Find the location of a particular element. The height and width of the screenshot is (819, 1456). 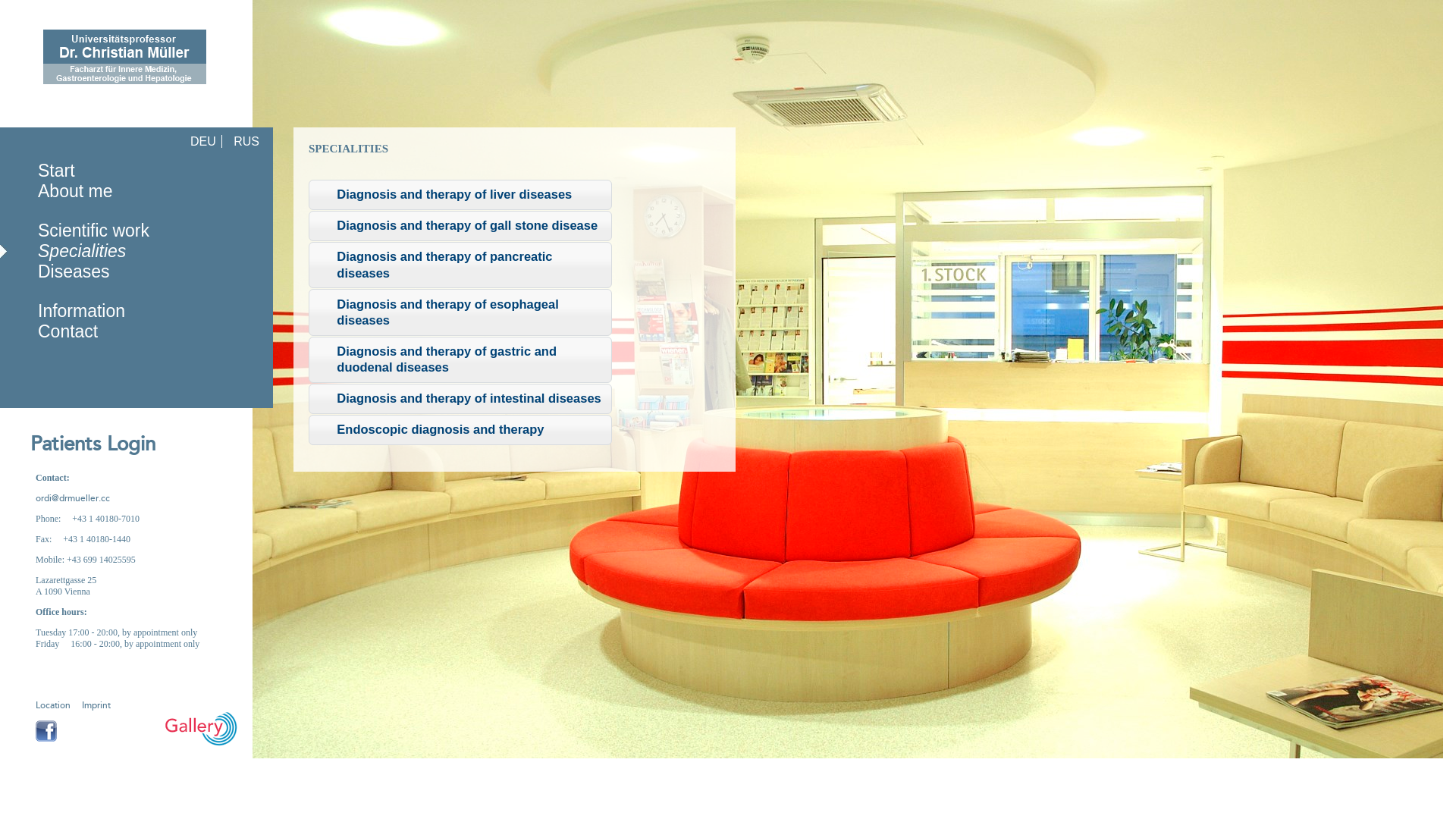

'ordi@drmueller.cc' is located at coordinates (72, 498).